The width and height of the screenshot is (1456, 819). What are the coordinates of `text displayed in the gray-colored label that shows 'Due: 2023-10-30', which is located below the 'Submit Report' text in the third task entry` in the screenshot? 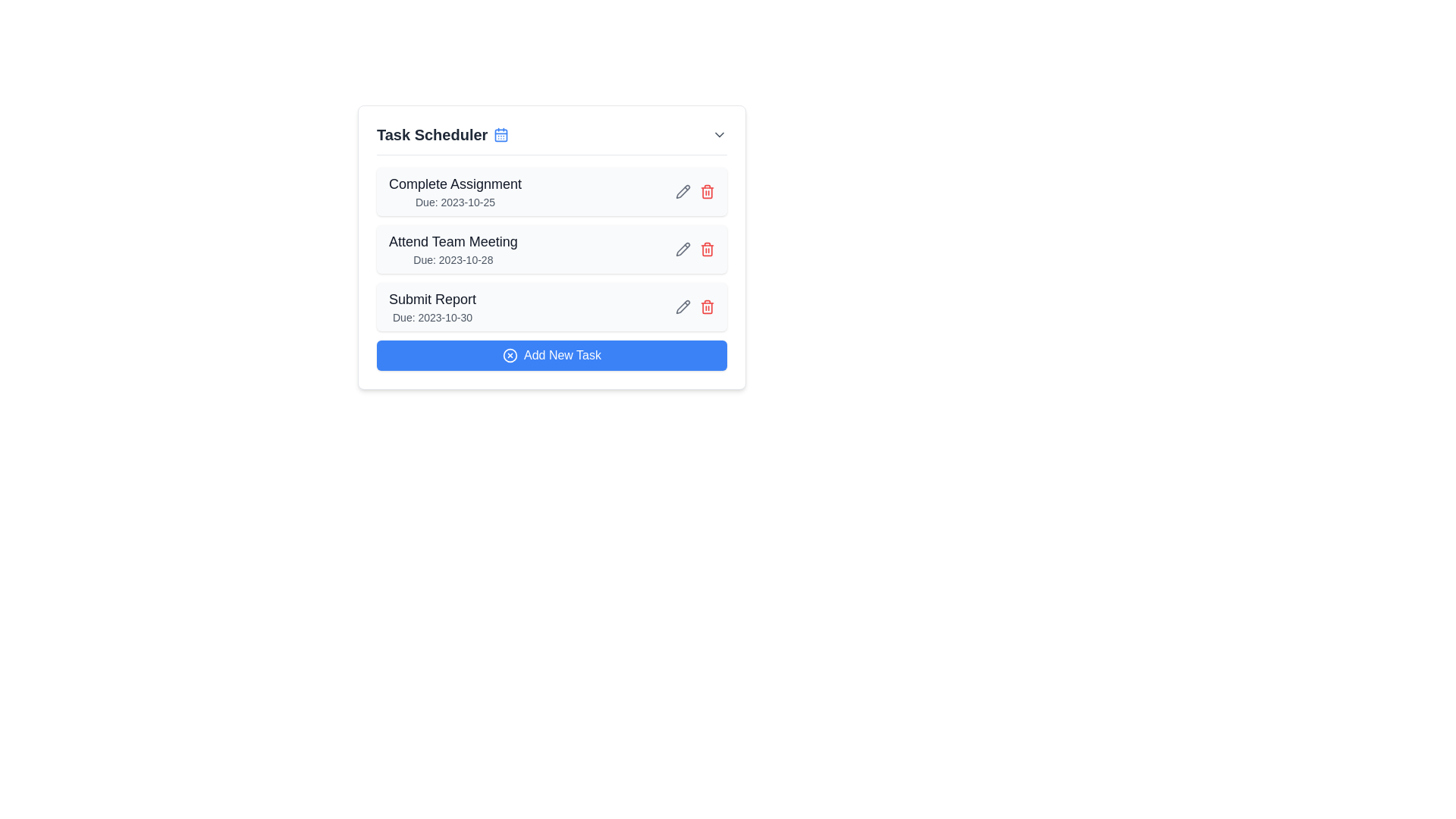 It's located at (431, 317).